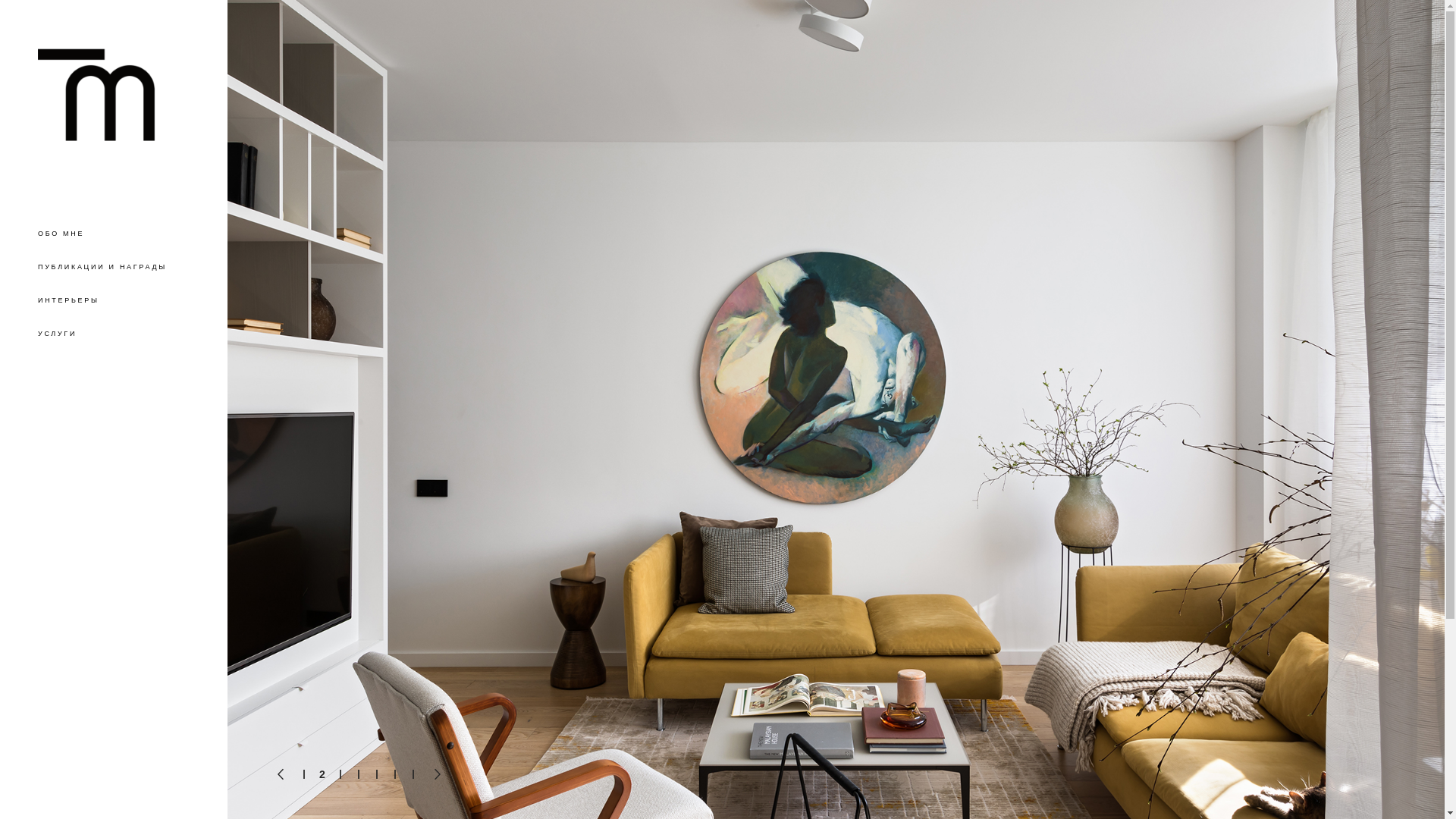 The width and height of the screenshot is (1456, 819). I want to click on '1', so click(303, 775).